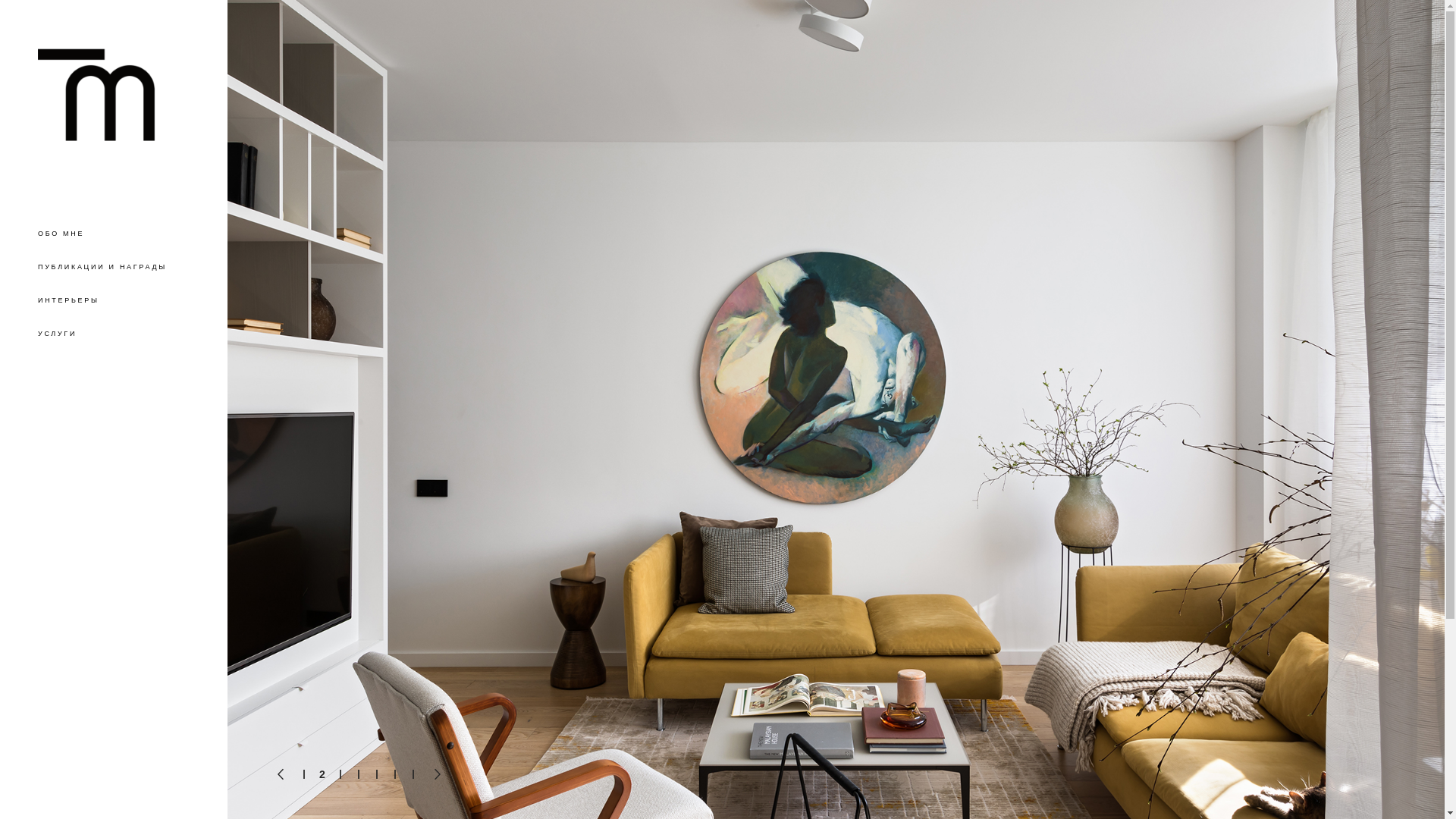 The width and height of the screenshot is (1456, 819). I want to click on '1', so click(303, 775).